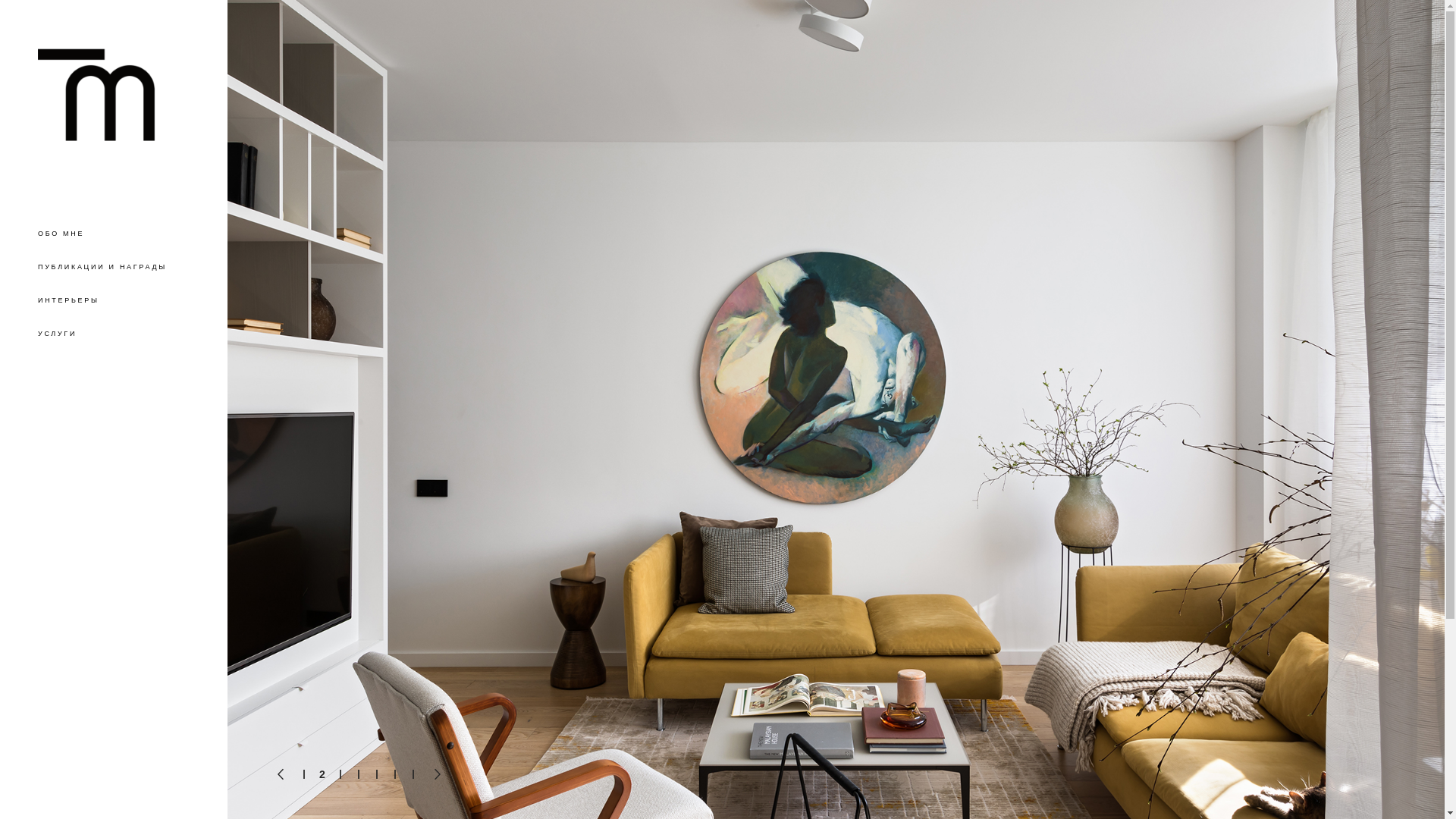 The width and height of the screenshot is (1456, 819). I want to click on '1', so click(303, 775).